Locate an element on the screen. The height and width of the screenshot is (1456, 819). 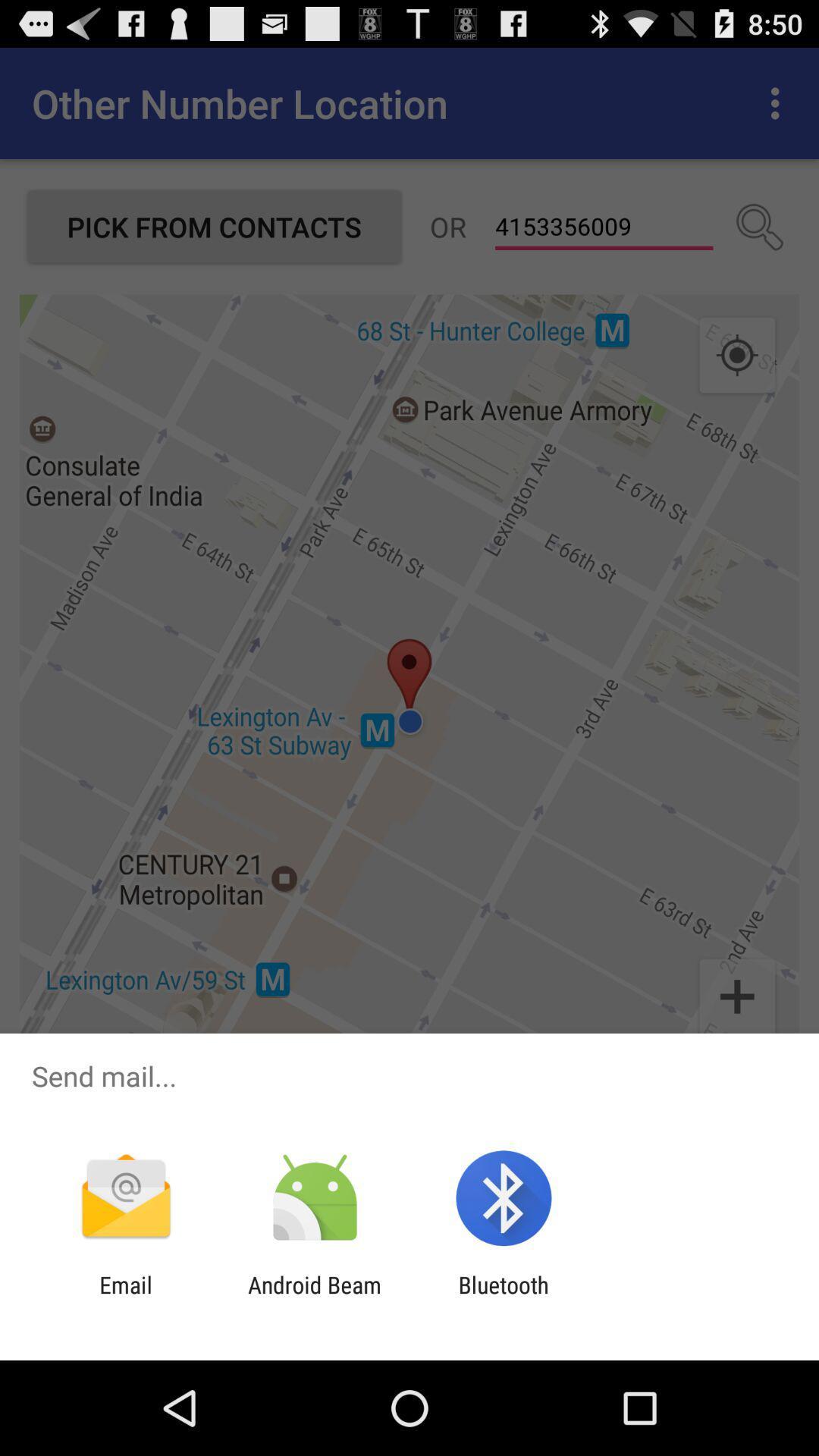
icon to the left of bluetooth app is located at coordinates (314, 1298).